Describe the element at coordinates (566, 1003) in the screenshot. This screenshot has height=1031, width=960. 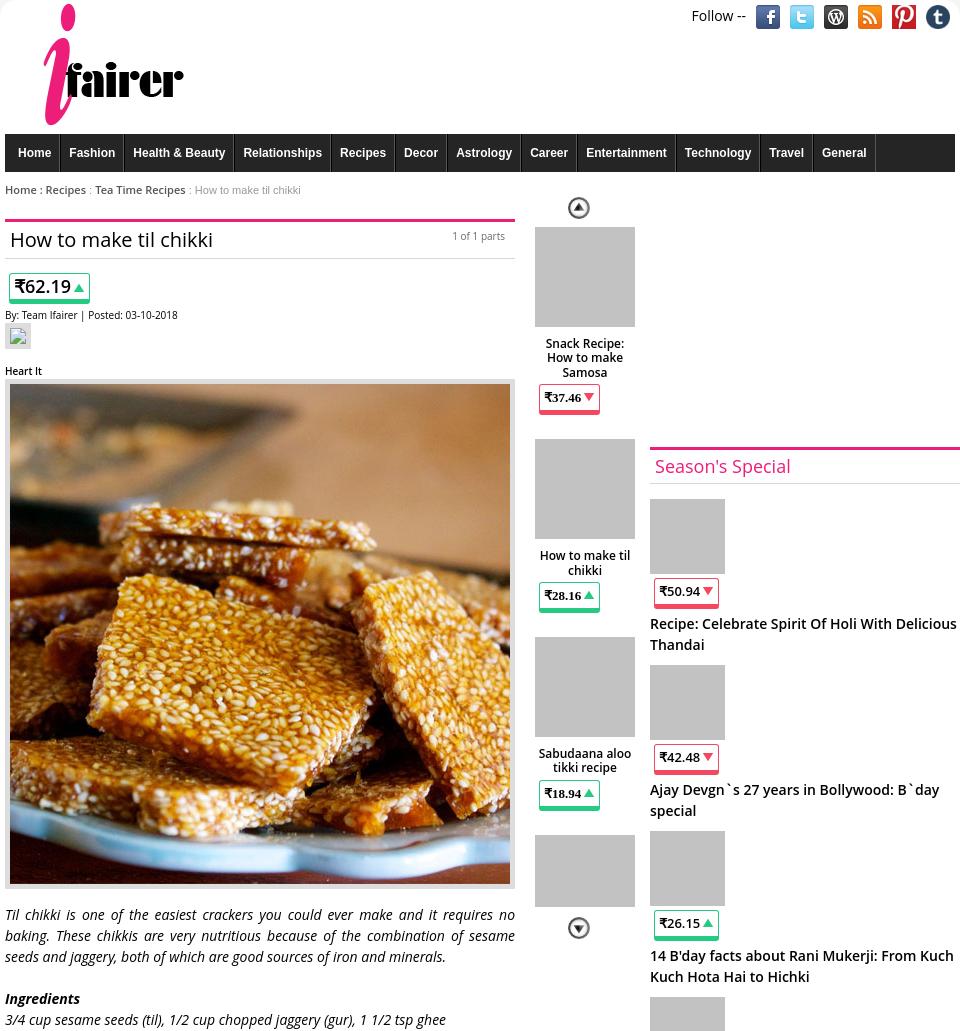
I see `'33.41'` at that location.